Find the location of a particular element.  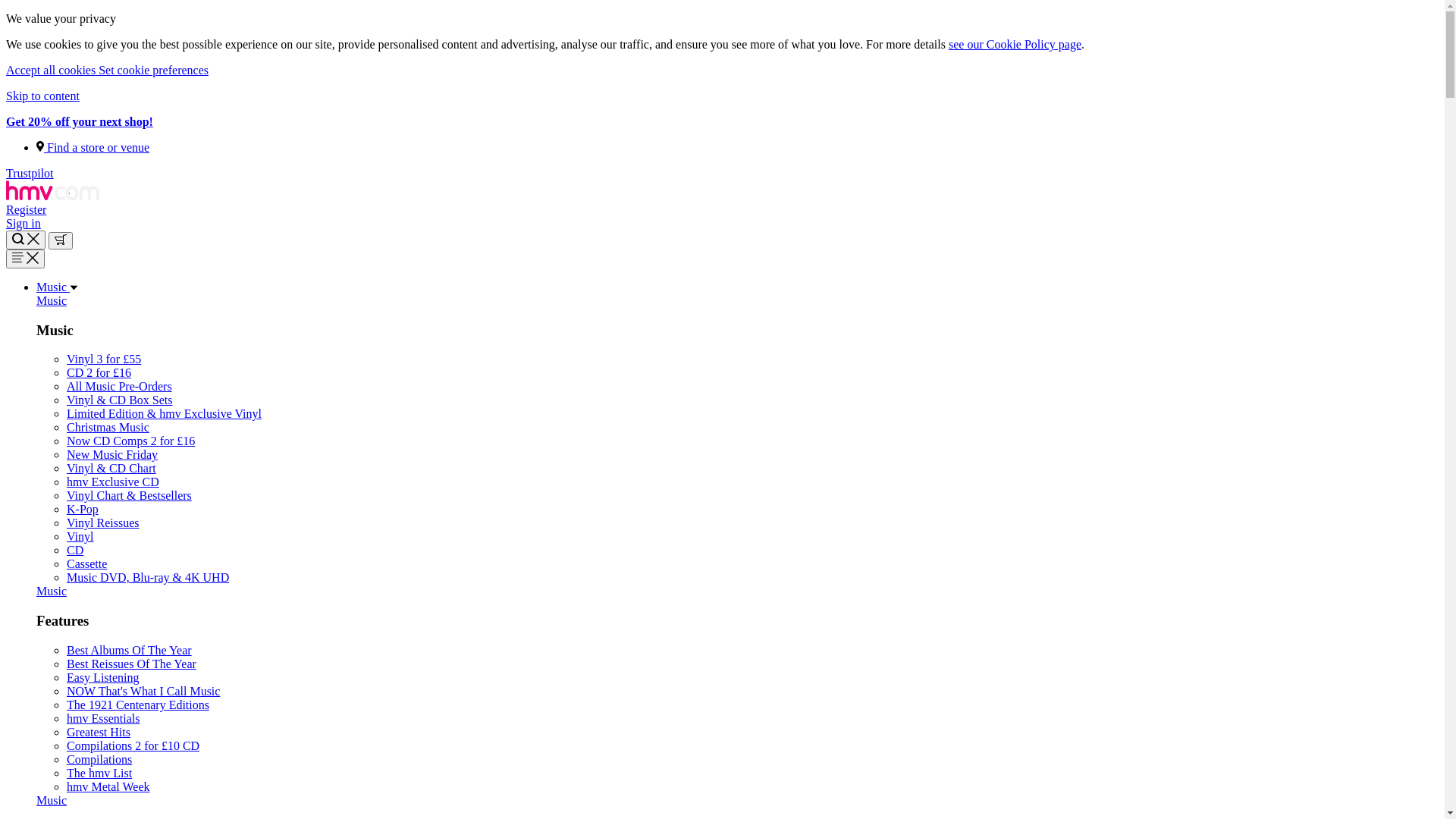

'Best Albums Of The Year' is located at coordinates (129, 649).